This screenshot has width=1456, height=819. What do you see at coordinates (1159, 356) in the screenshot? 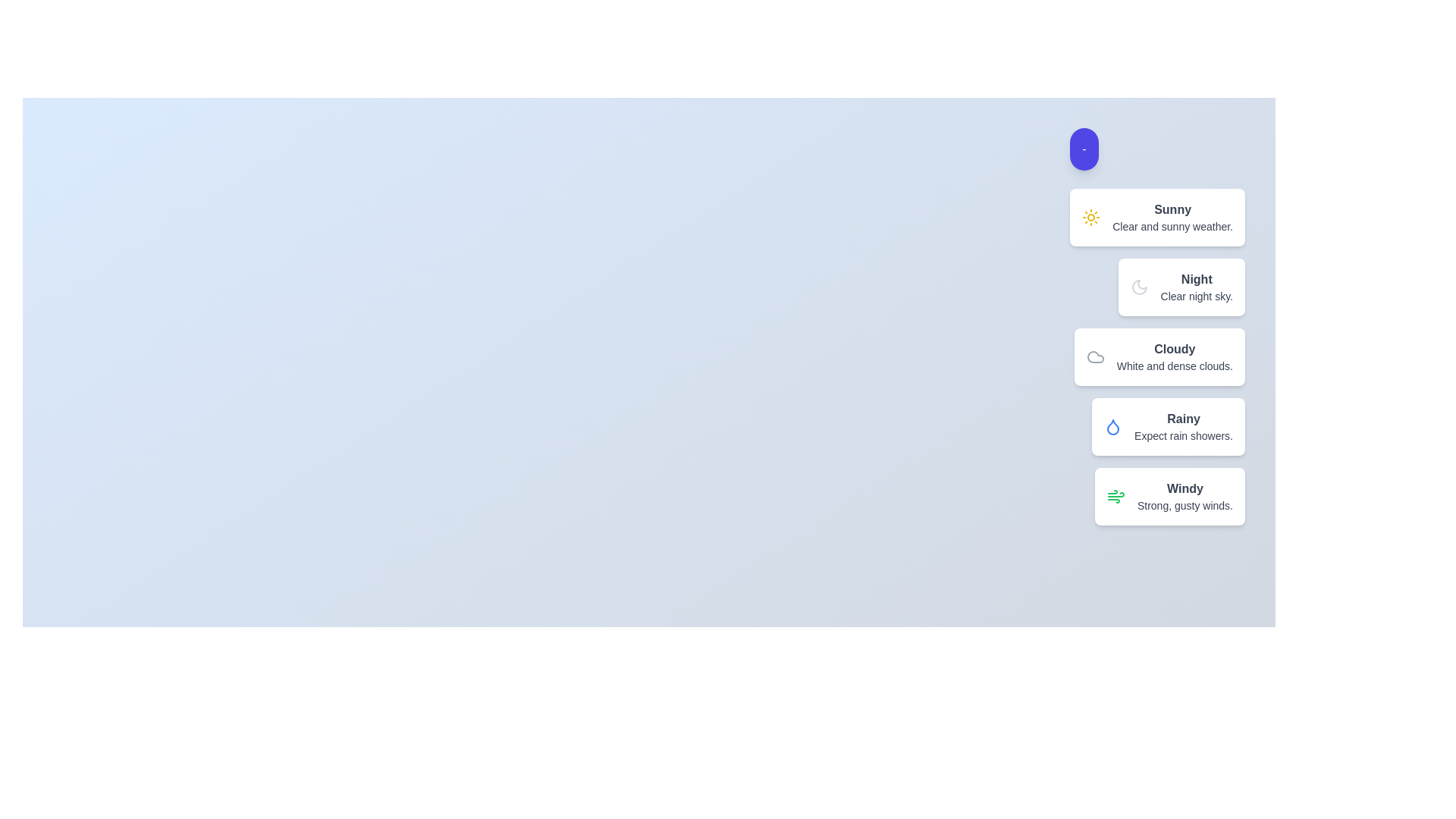
I see `the weather condition item corresponding to Cloudy` at bounding box center [1159, 356].